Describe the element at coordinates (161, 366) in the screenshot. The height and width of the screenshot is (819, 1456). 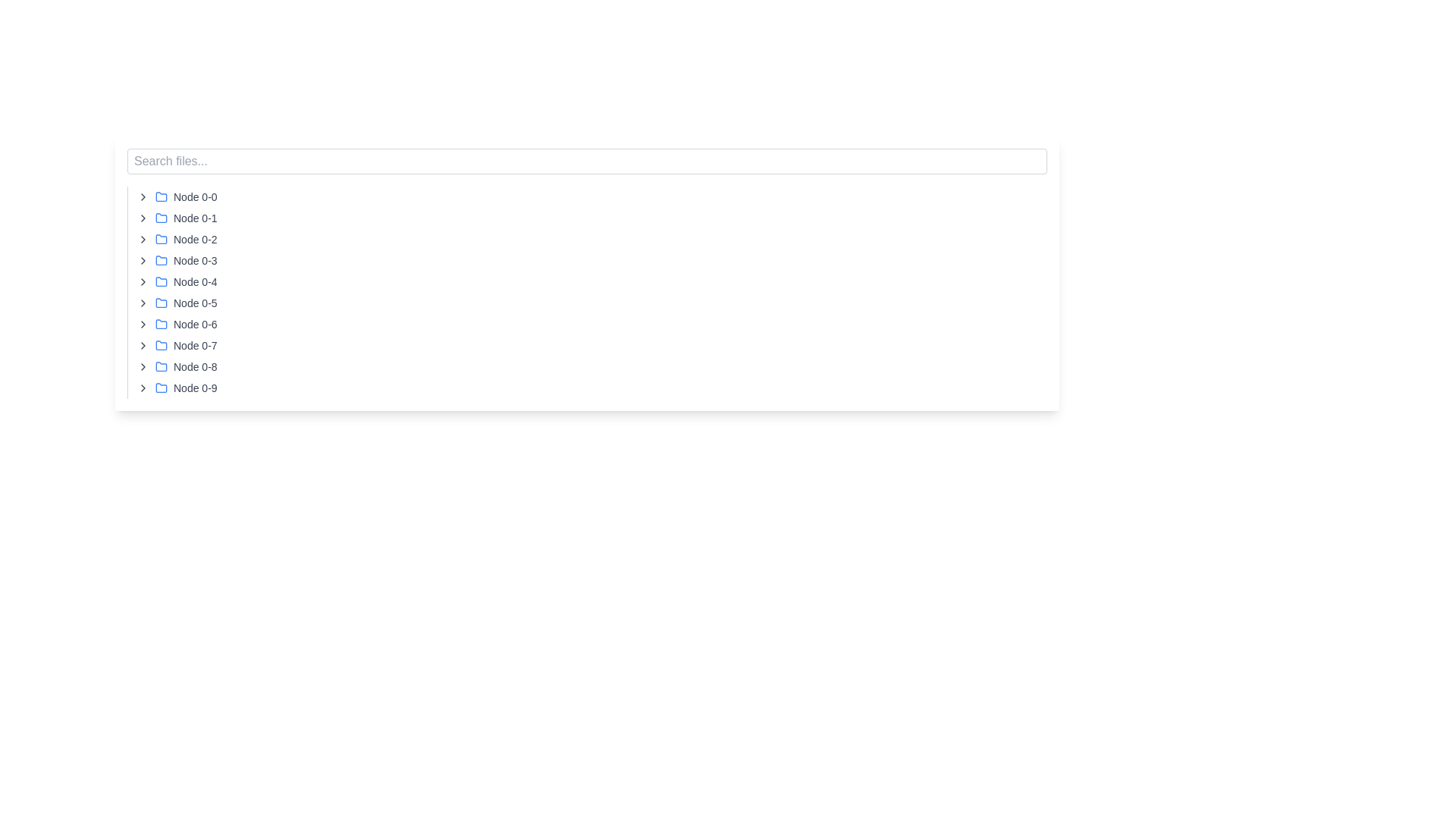
I see `the highlighted folder icon representing 'Node 0-8'` at that location.